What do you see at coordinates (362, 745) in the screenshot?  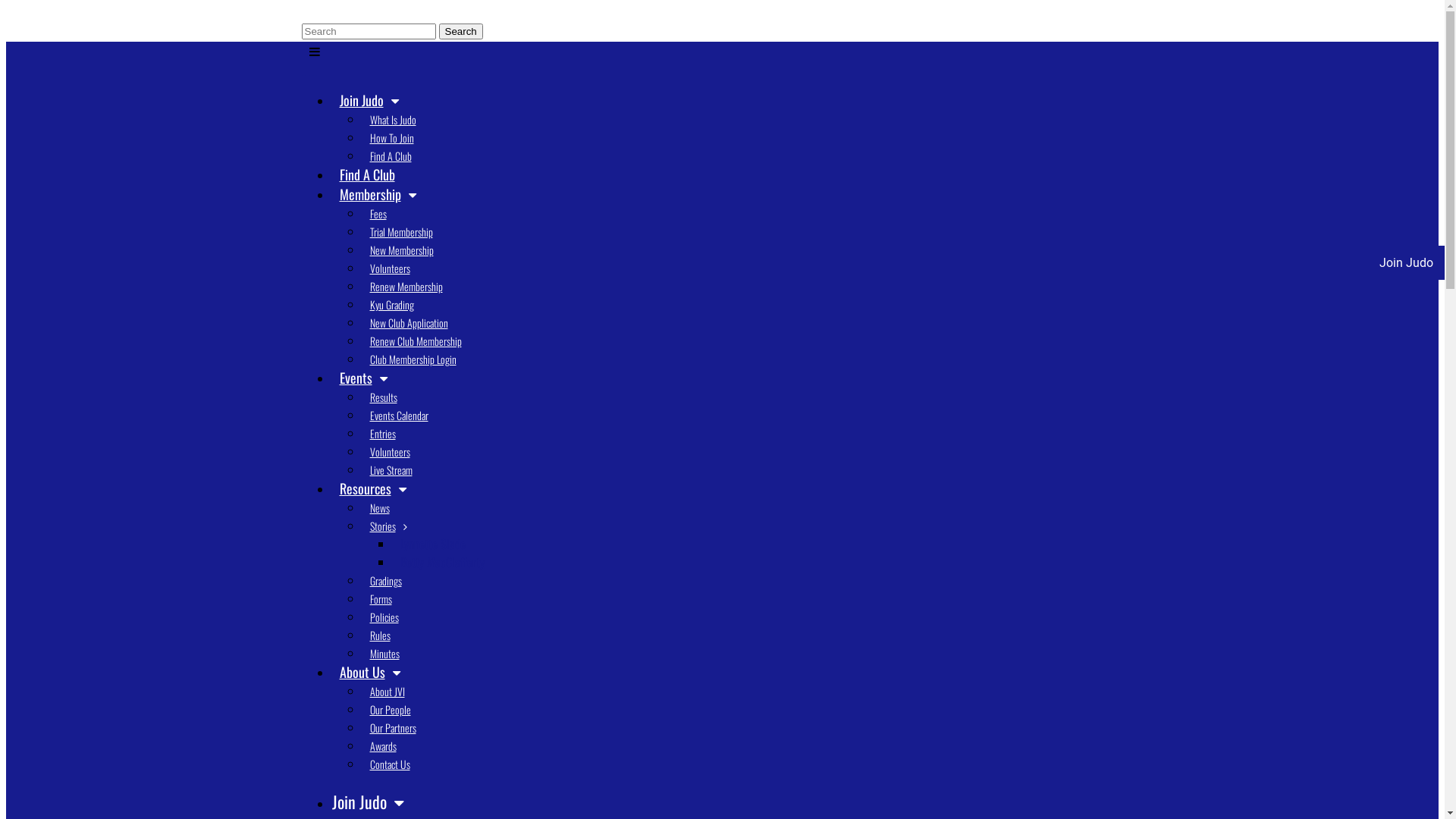 I see `'Awards'` at bounding box center [362, 745].